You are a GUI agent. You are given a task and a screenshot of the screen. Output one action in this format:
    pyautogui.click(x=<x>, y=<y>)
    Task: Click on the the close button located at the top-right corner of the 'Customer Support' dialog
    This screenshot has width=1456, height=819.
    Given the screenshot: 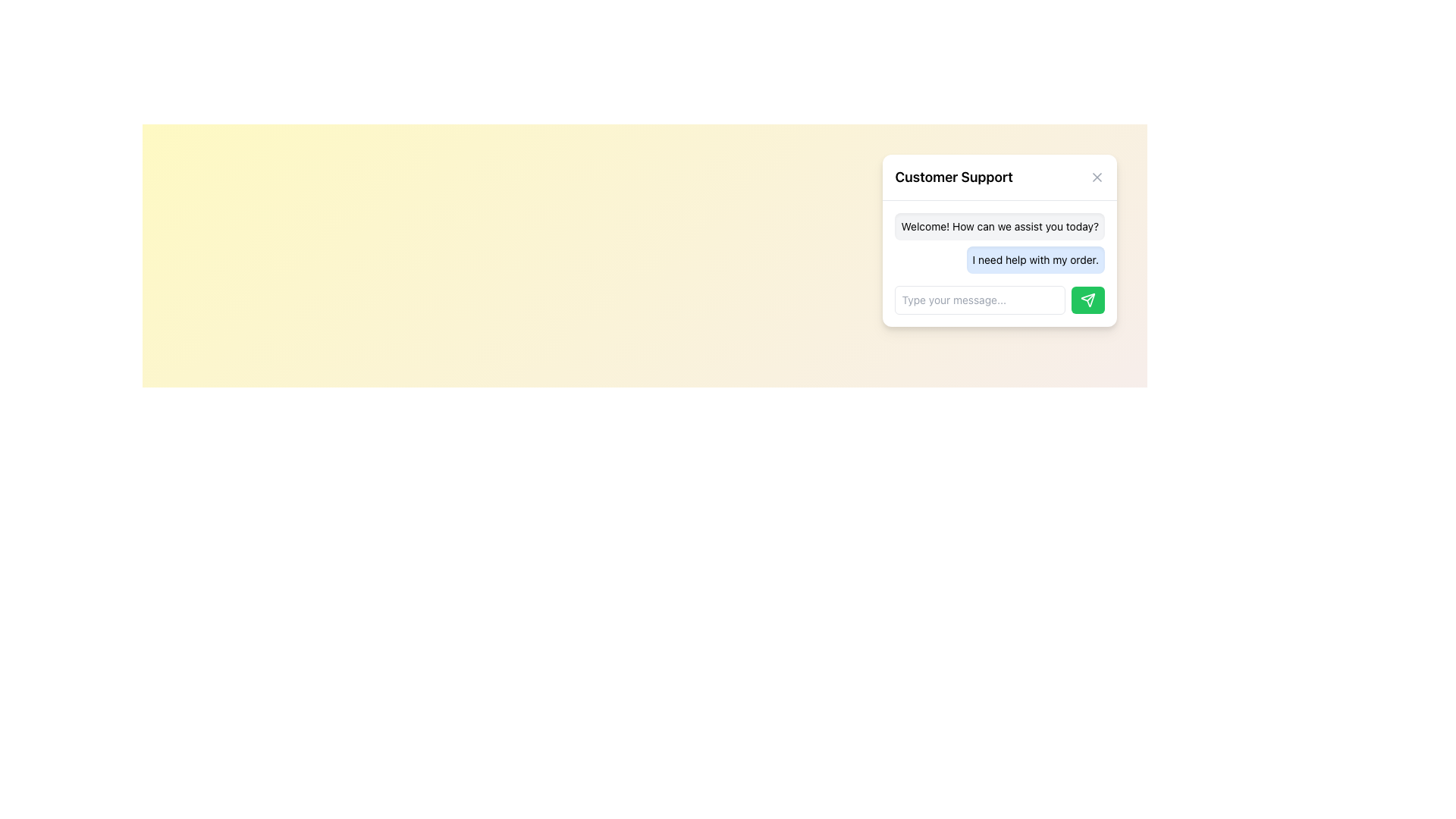 What is the action you would take?
    pyautogui.click(x=1097, y=177)
    